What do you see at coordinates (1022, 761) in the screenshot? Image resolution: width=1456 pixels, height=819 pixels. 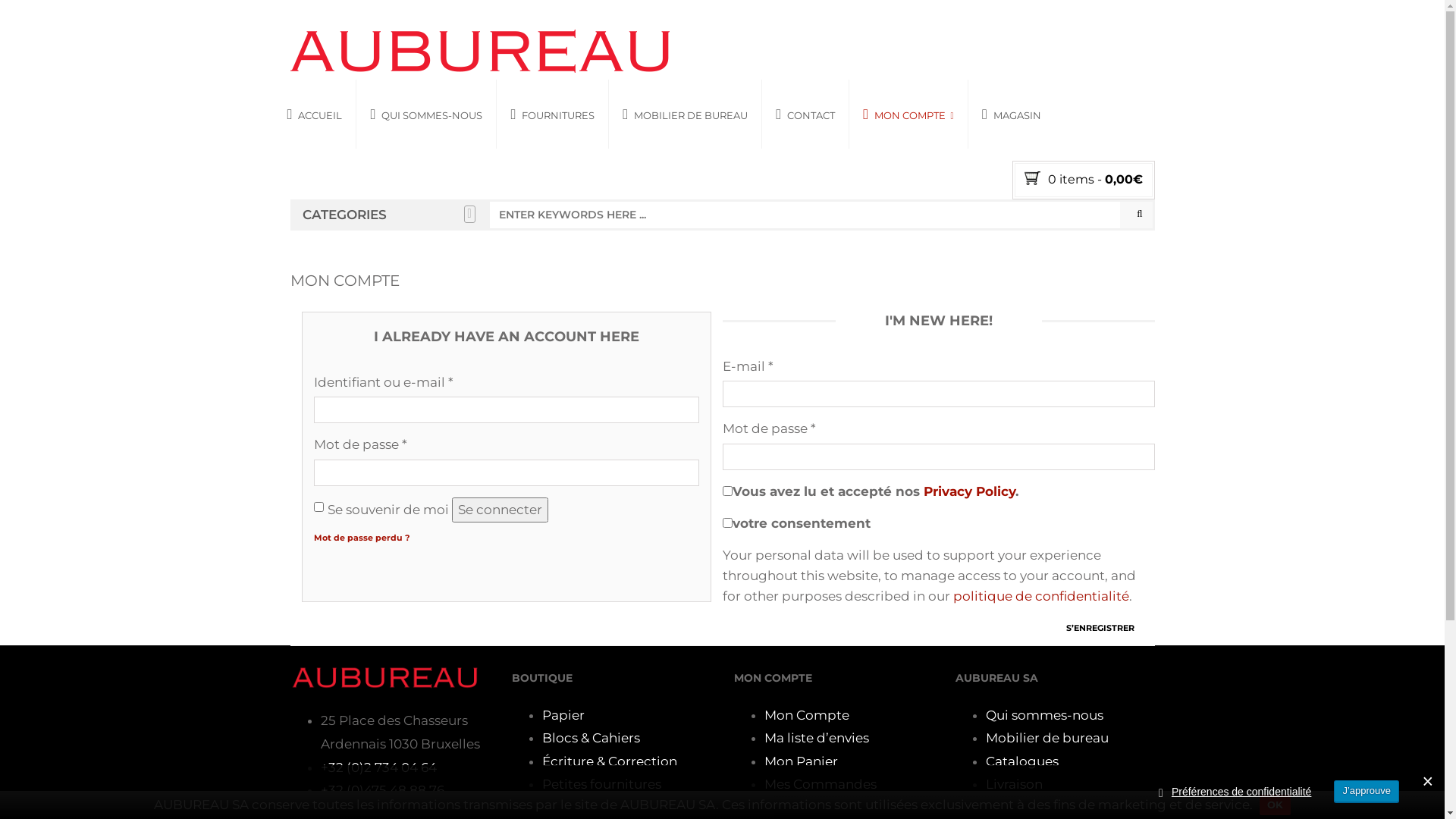 I see `'Catalogues'` at bounding box center [1022, 761].